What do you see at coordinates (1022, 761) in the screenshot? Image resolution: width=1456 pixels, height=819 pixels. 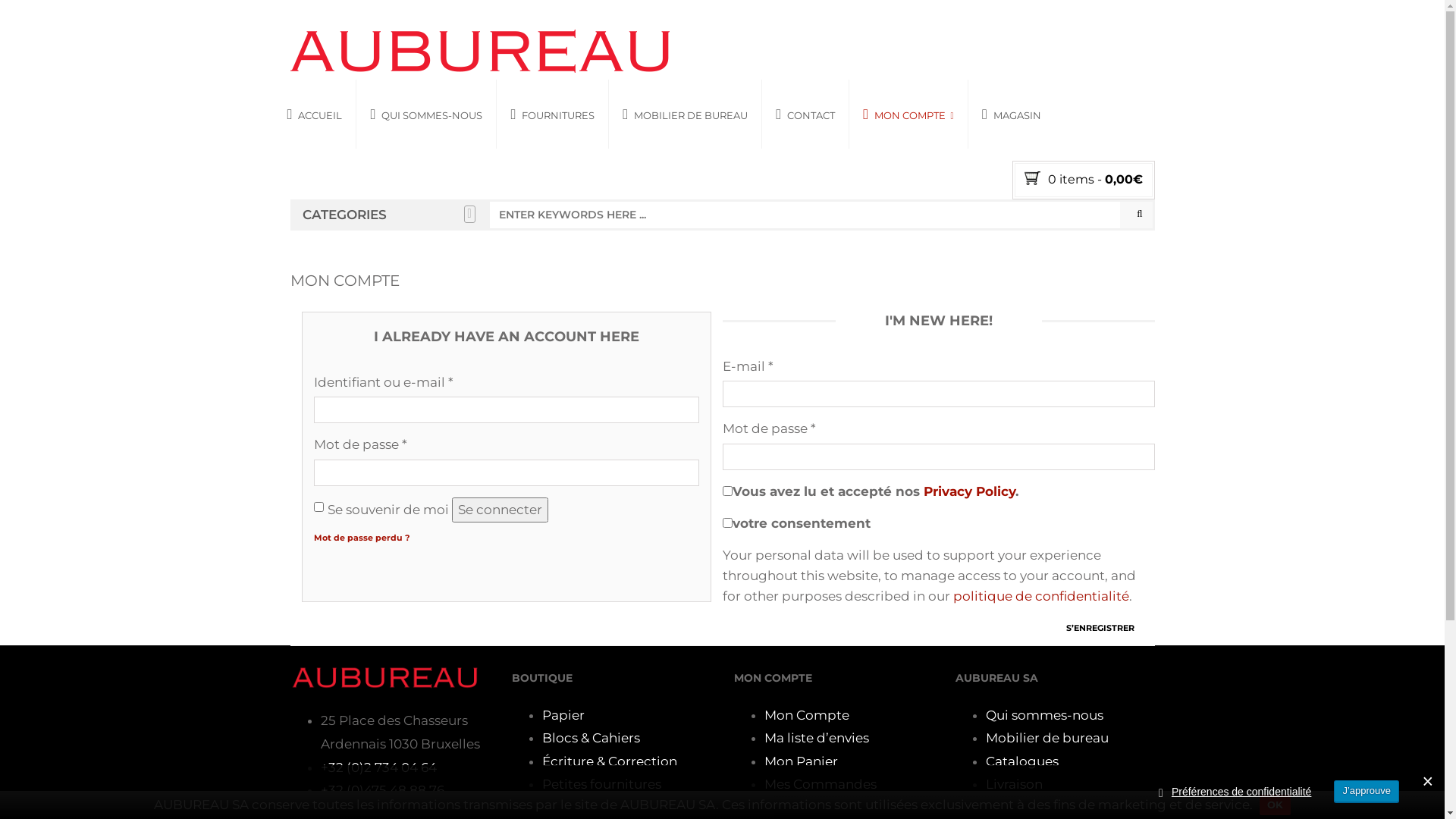 I see `'Catalogues'` at bounding box center [1022, 761].